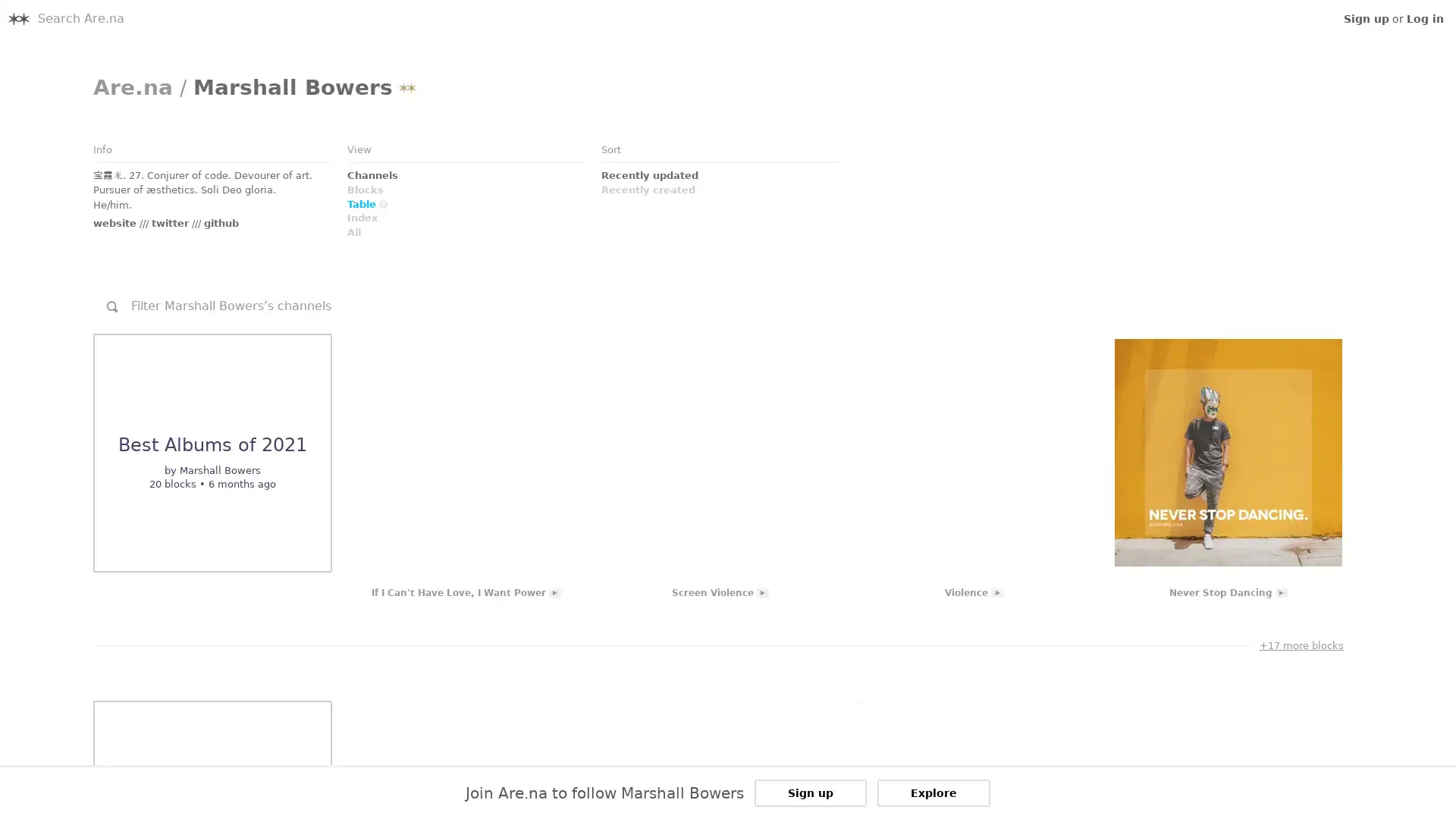  I want to click on Link to Channel: undefined, so click(211, 451).